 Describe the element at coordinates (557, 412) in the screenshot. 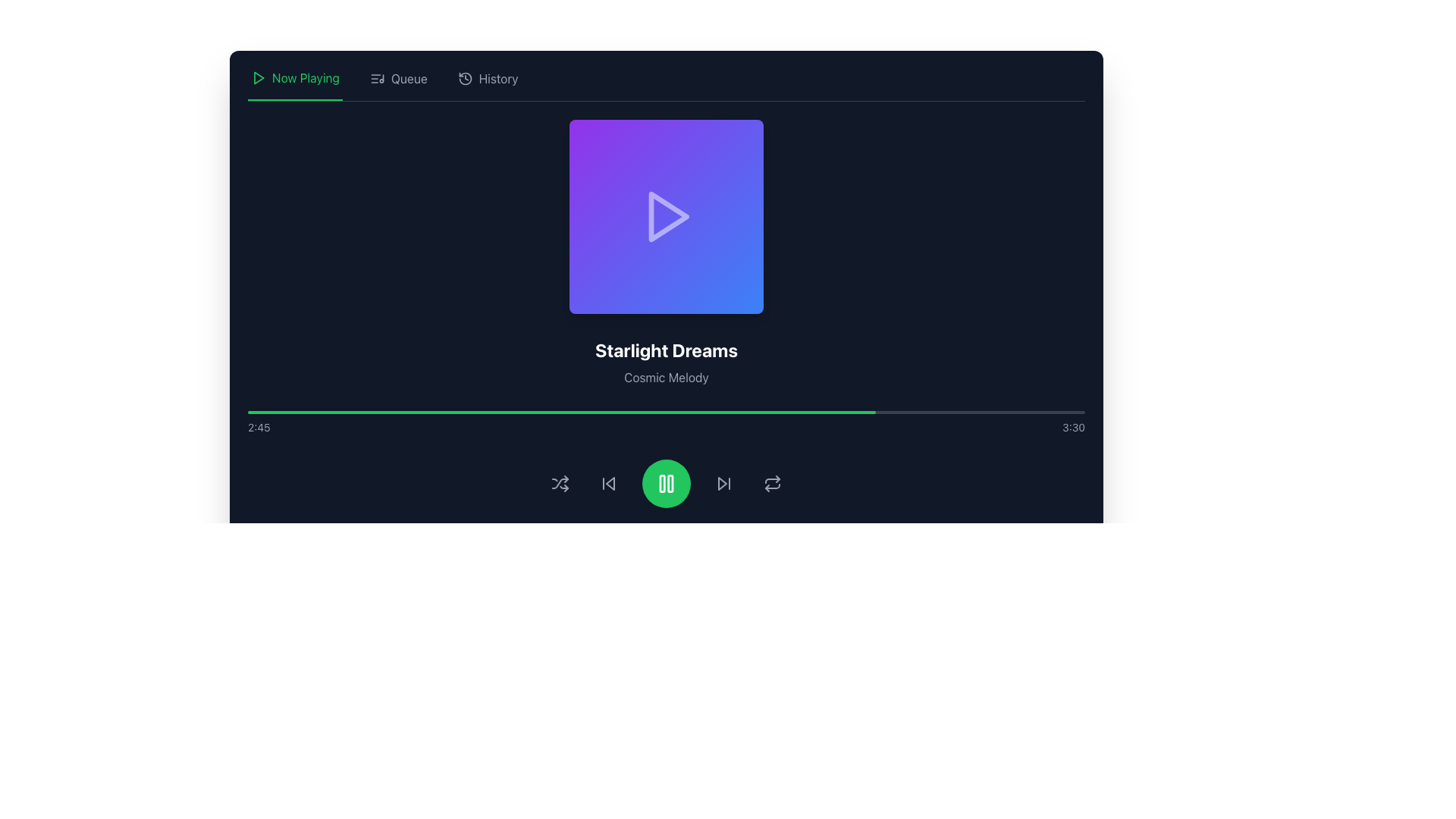

I see `the progress bar` at that location.